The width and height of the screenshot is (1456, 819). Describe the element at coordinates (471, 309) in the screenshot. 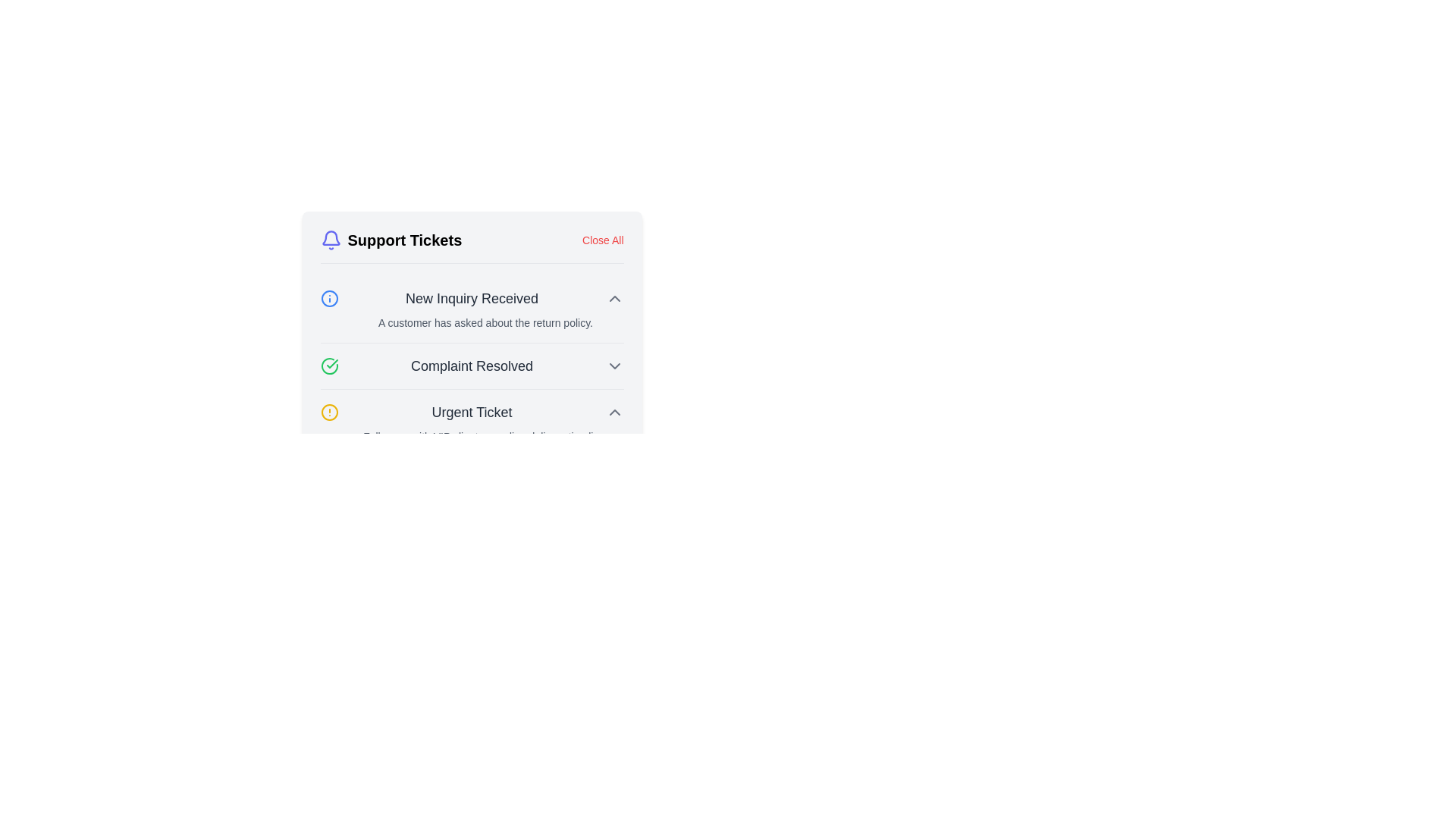

I see `the collapsible item with the heading 'New Inquiry Received', which includes a blue circular icon on the left and a caret icon on the right` at that location.